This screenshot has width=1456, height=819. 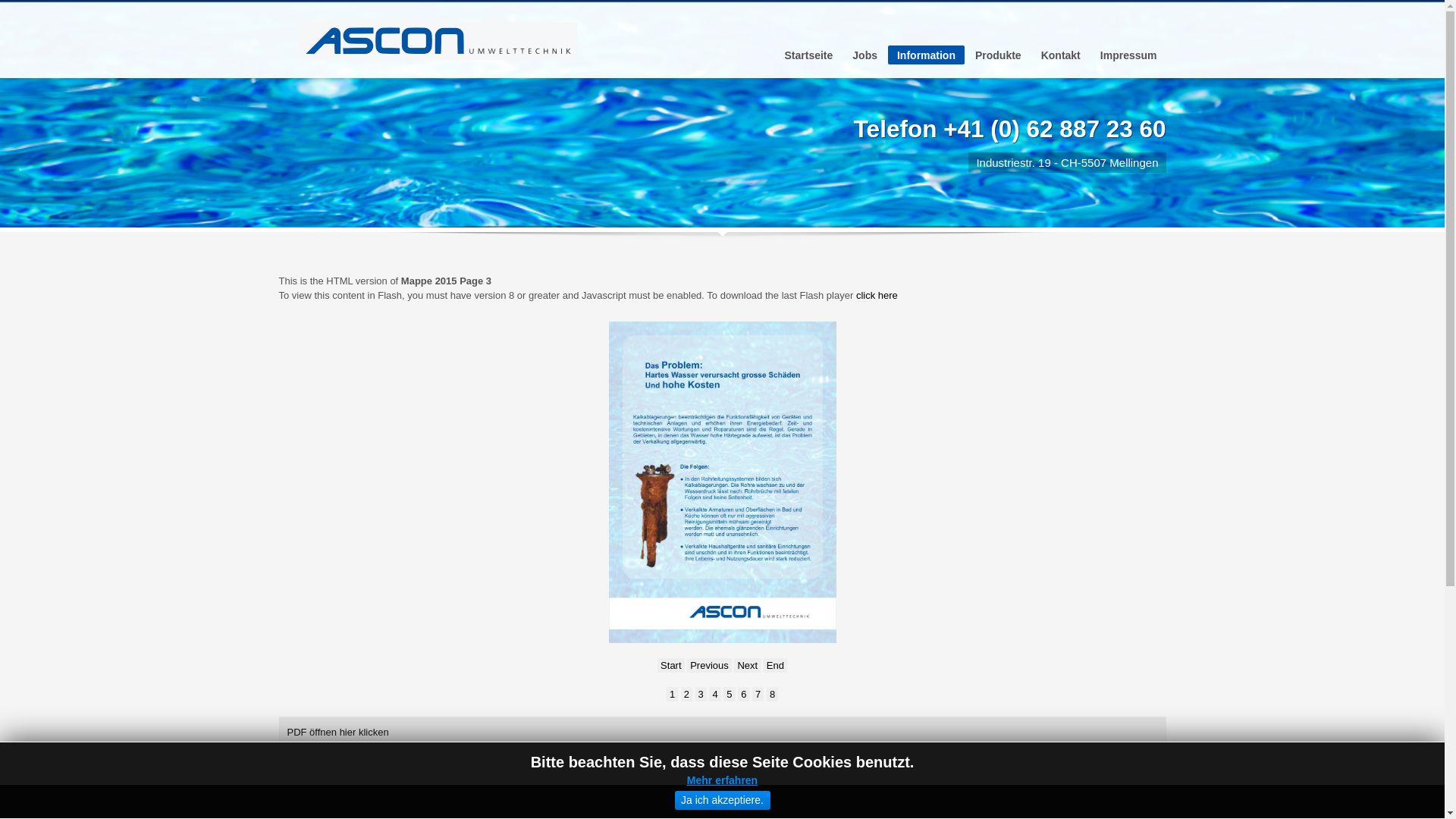 I want to click on '8', so click(x=772, y=694).